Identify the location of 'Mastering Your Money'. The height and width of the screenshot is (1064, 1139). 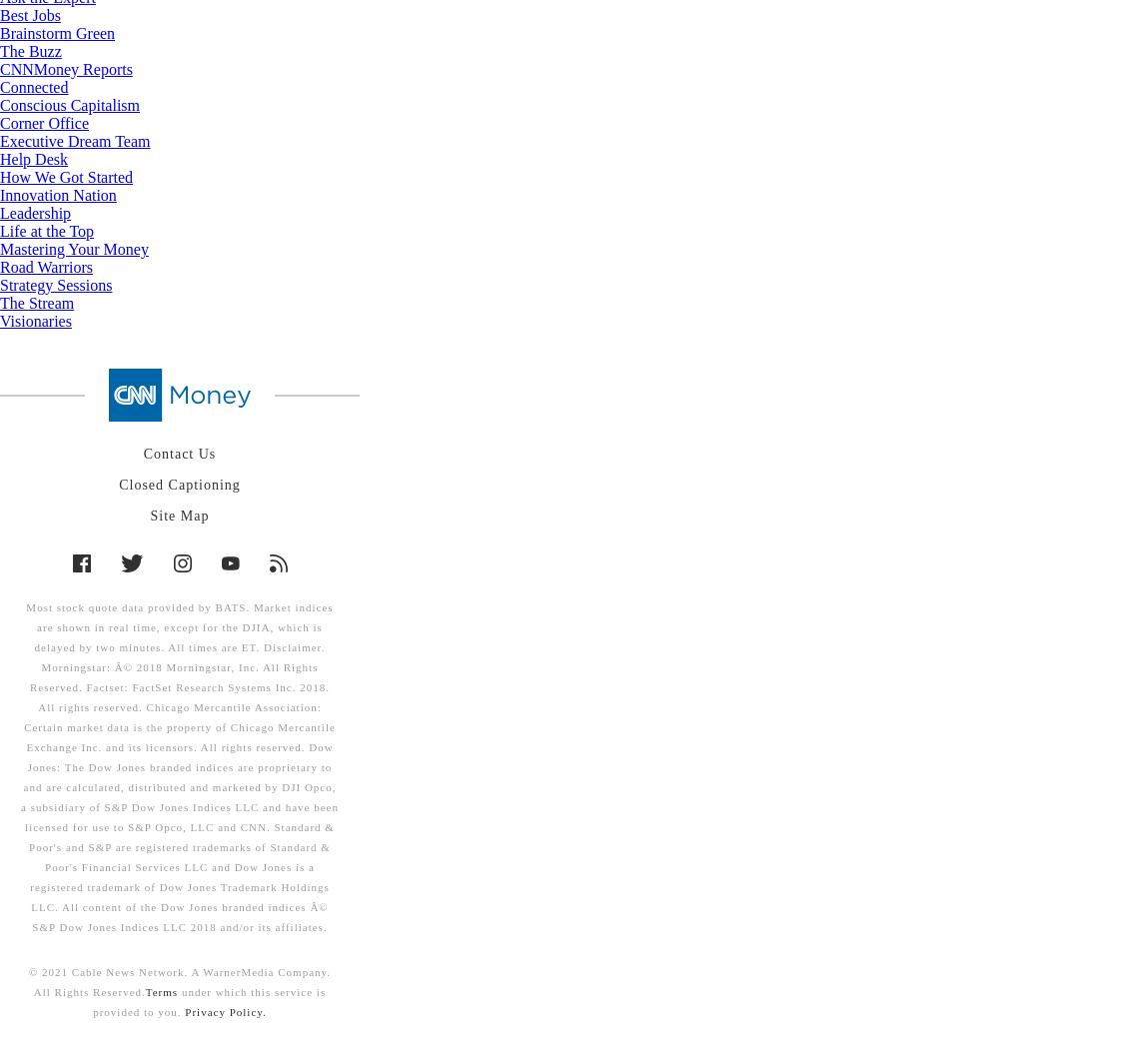
(72, 248).